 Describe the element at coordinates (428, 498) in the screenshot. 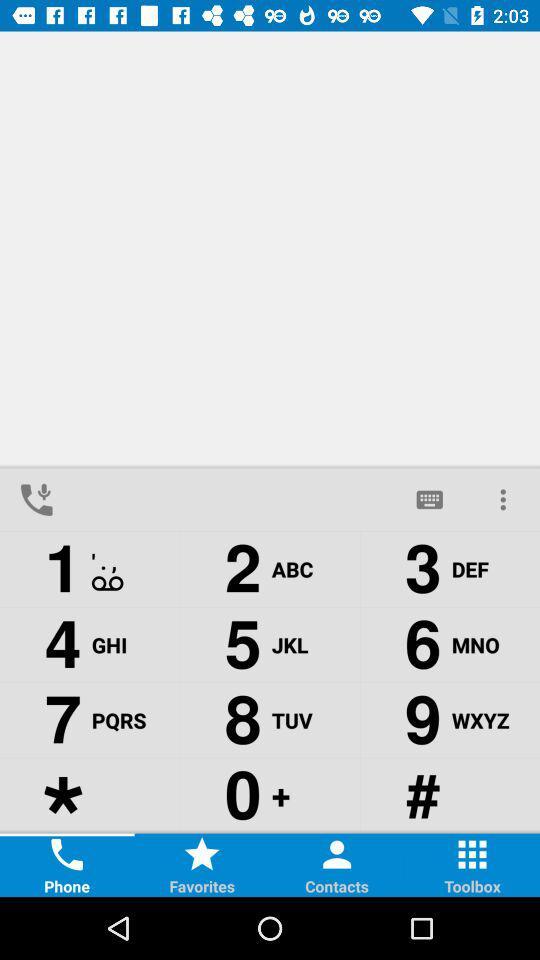

I see `the chat icon` at that location.